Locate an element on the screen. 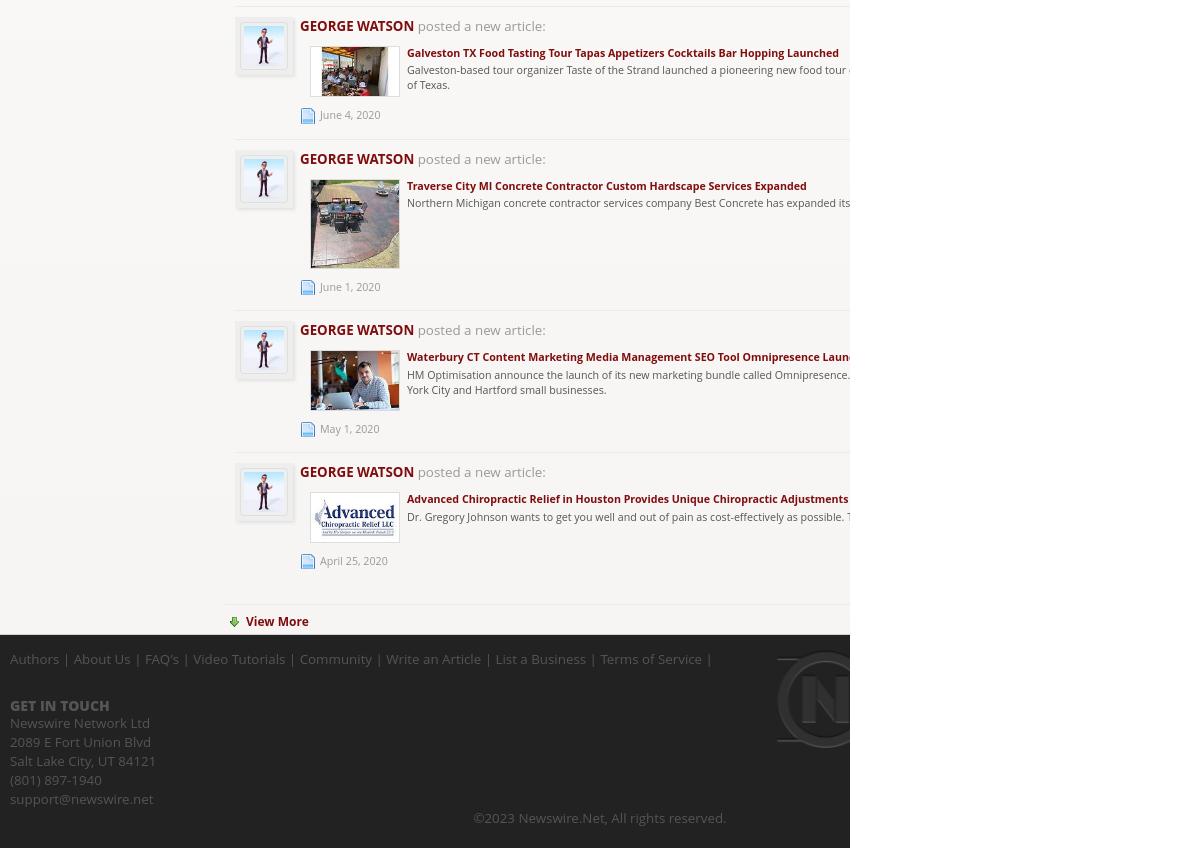 The height and width of the screenshot is (849, 1200). 'Community' is located at coordinates (298, 658).